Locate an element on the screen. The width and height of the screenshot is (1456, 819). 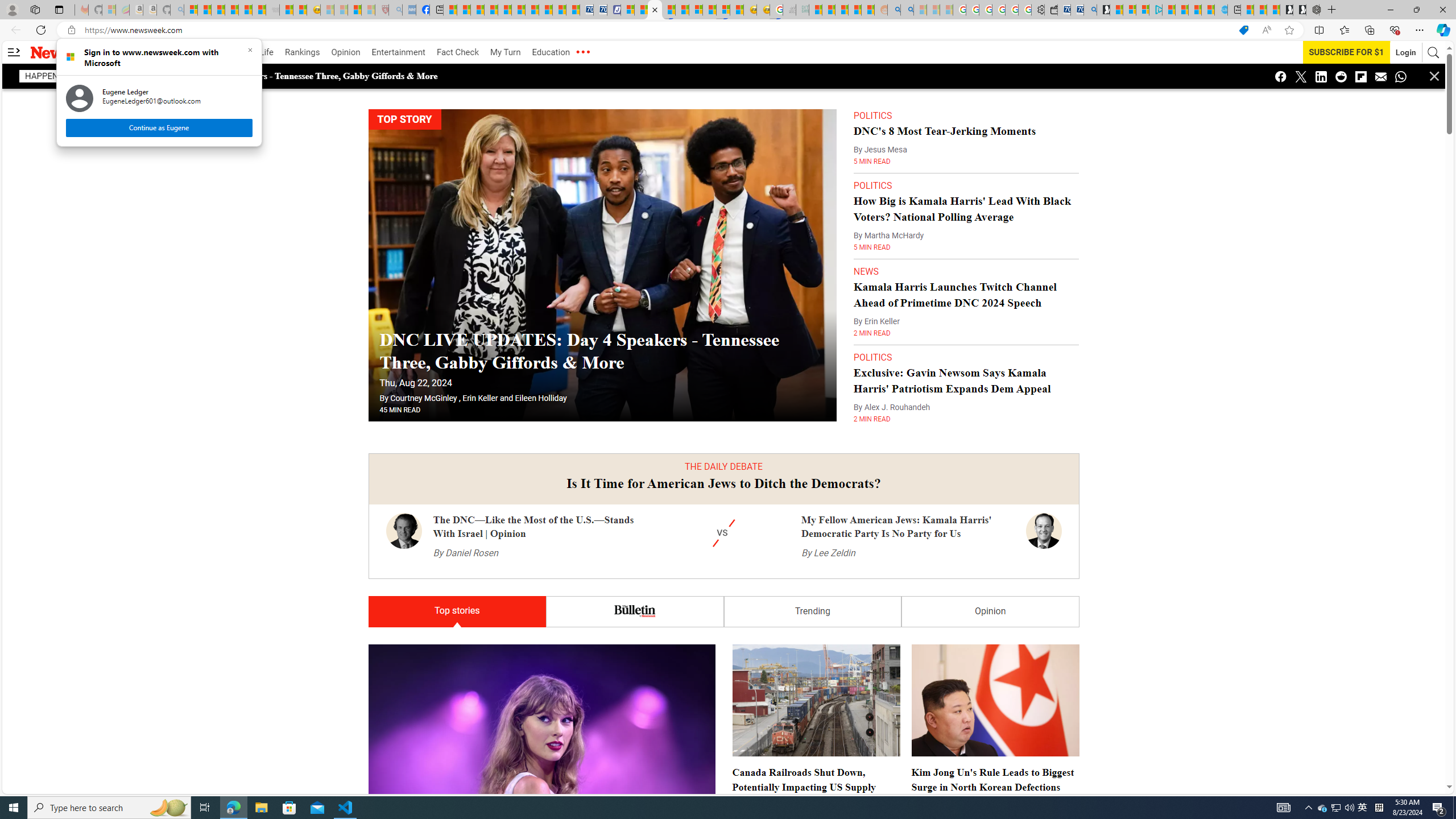
'Subscribe to our service' is located at coordinates (1347, 52).